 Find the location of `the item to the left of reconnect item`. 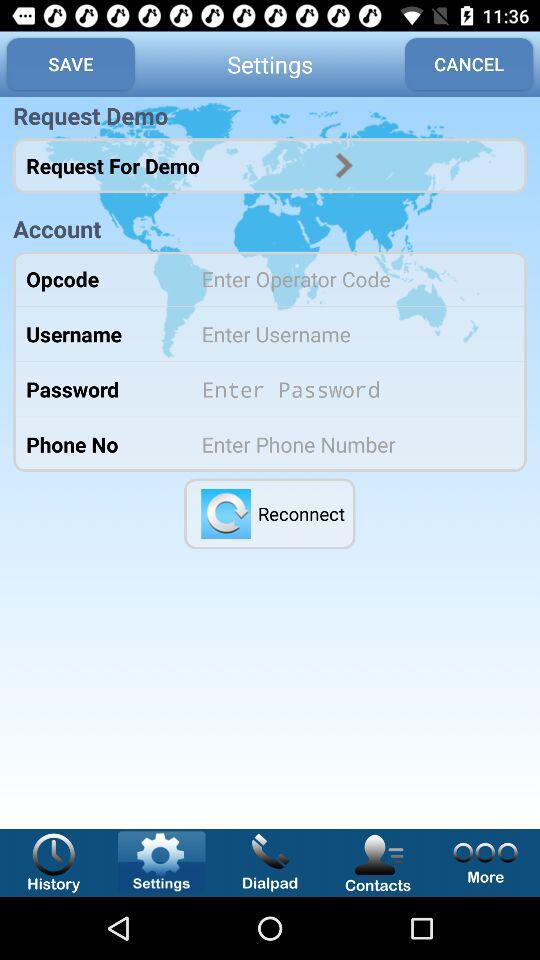

the item to the left of reconnect item is located at coordinates (225, 512).